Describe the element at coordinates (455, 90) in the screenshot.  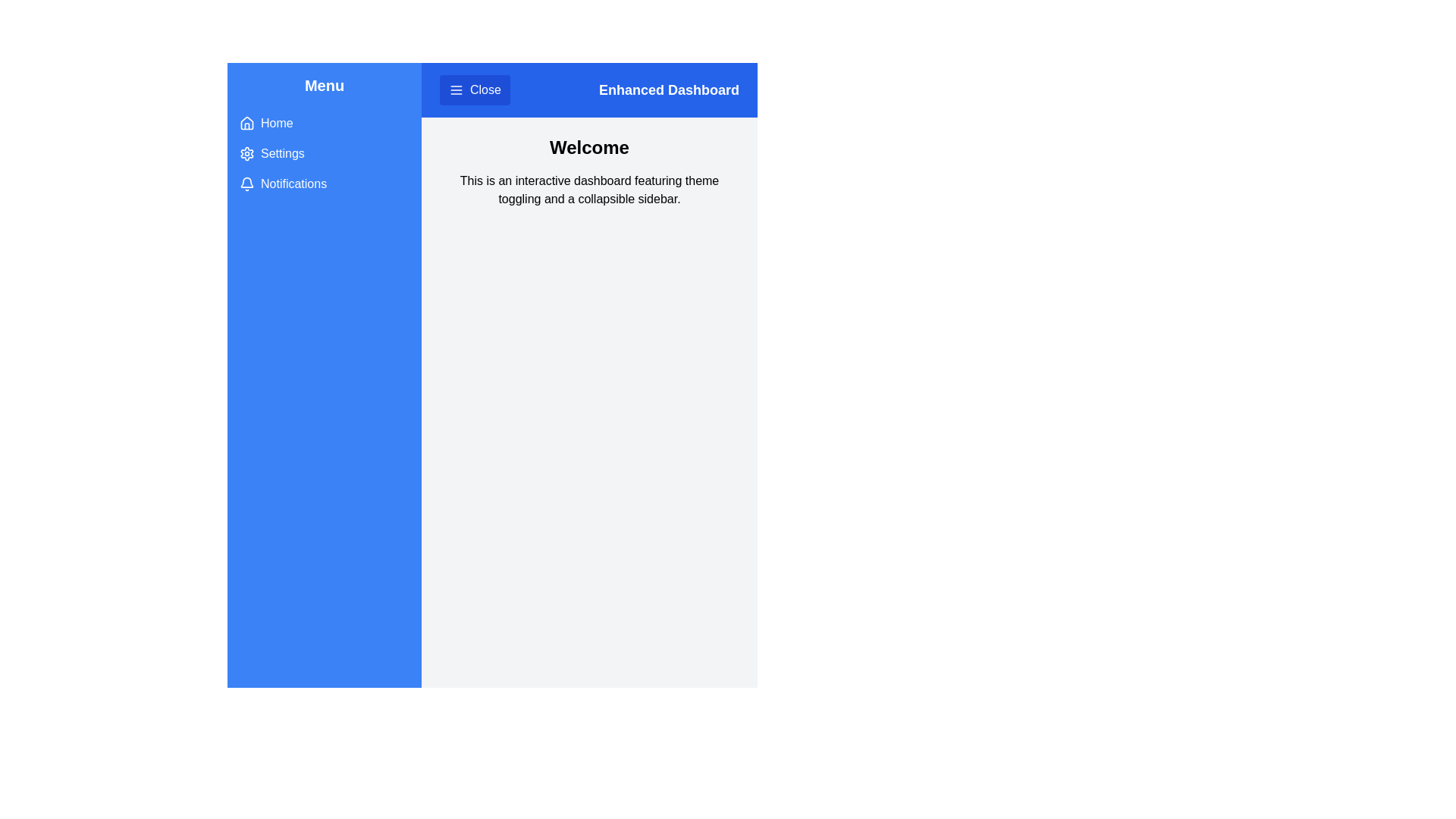
I see `the menu icon located immediately before the 'Close' text label in the top center of the interface` at that location.